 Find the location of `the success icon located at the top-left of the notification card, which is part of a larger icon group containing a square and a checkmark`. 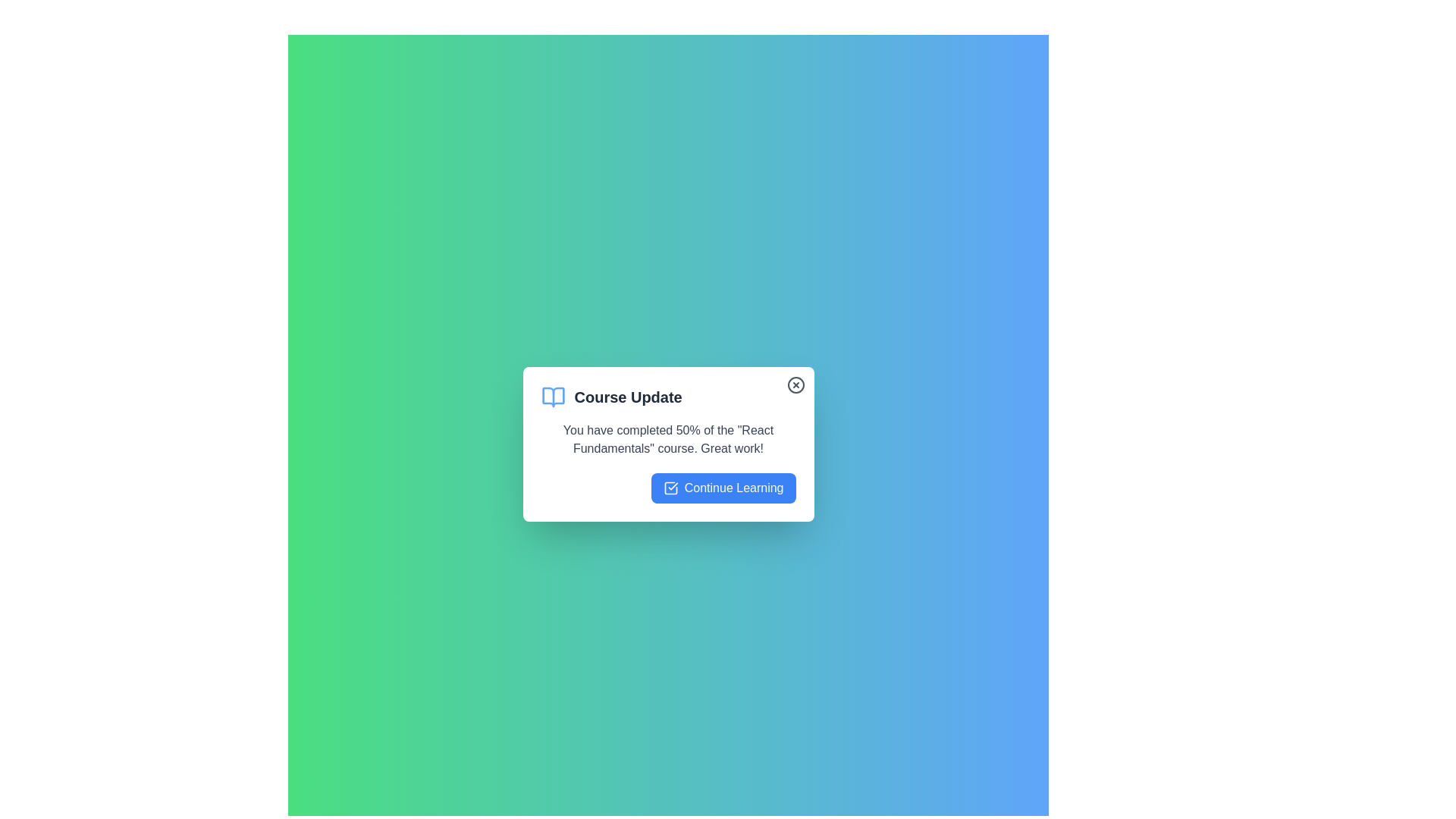

the success icon located at the top-left of the notification card, which is part of a larger icon group containing a square and a checkmark is located at coordinates (670, 488).